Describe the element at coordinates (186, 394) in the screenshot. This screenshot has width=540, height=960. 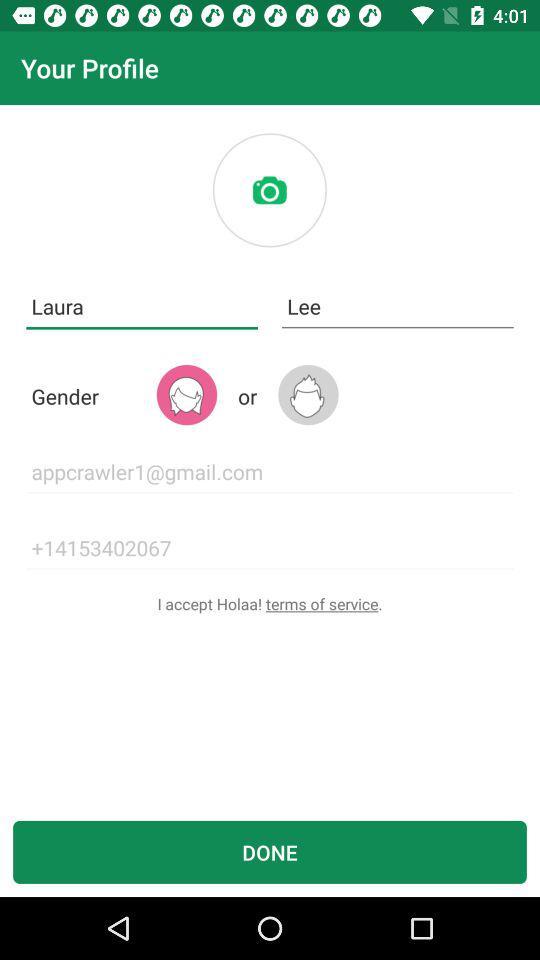
I see `the avatar icon` at that location.